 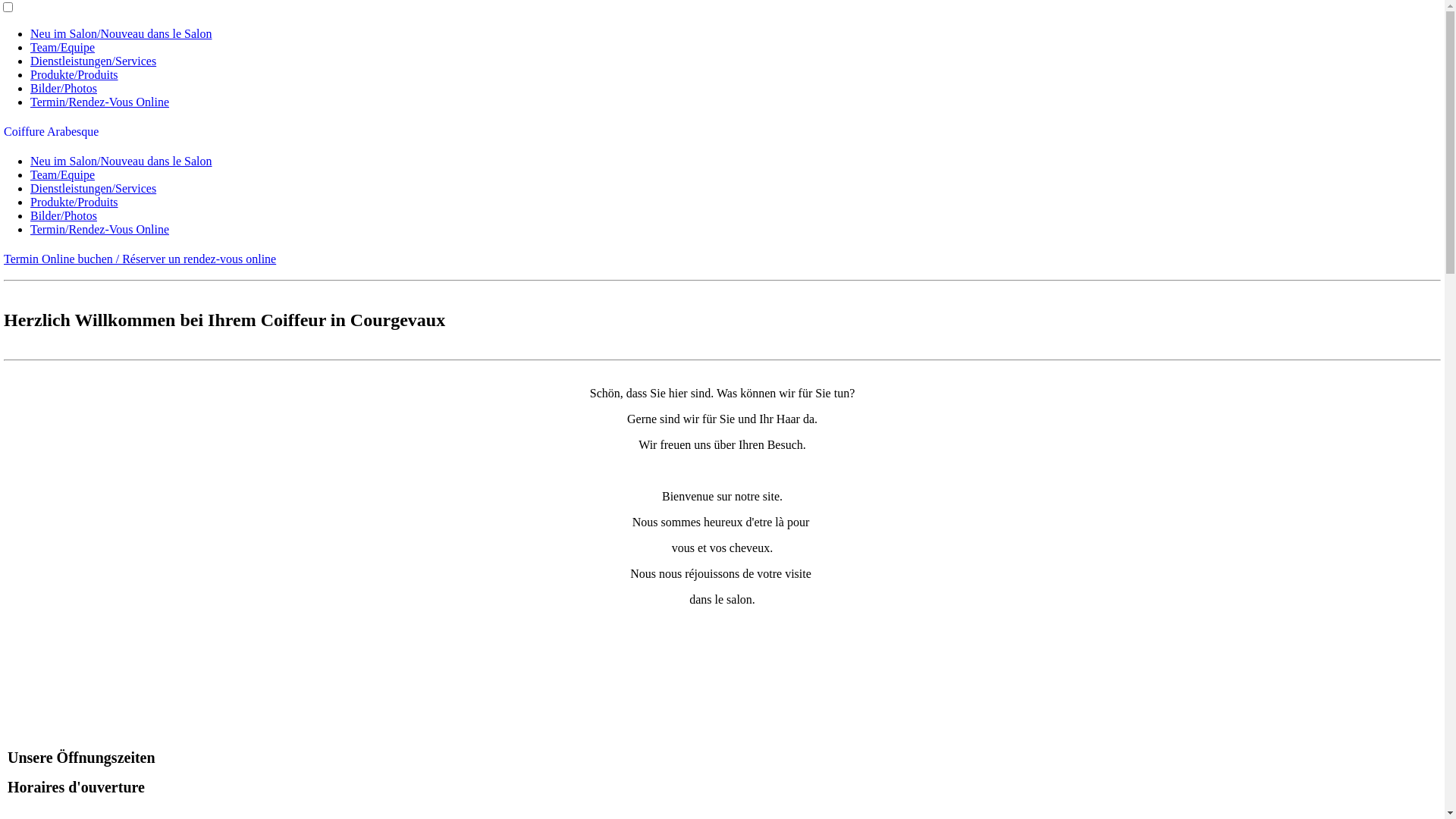 What do you see at coordinates (61, 174) in the screenshot?
I see `'Team/Equipe'` at bounding box center [61, 174].